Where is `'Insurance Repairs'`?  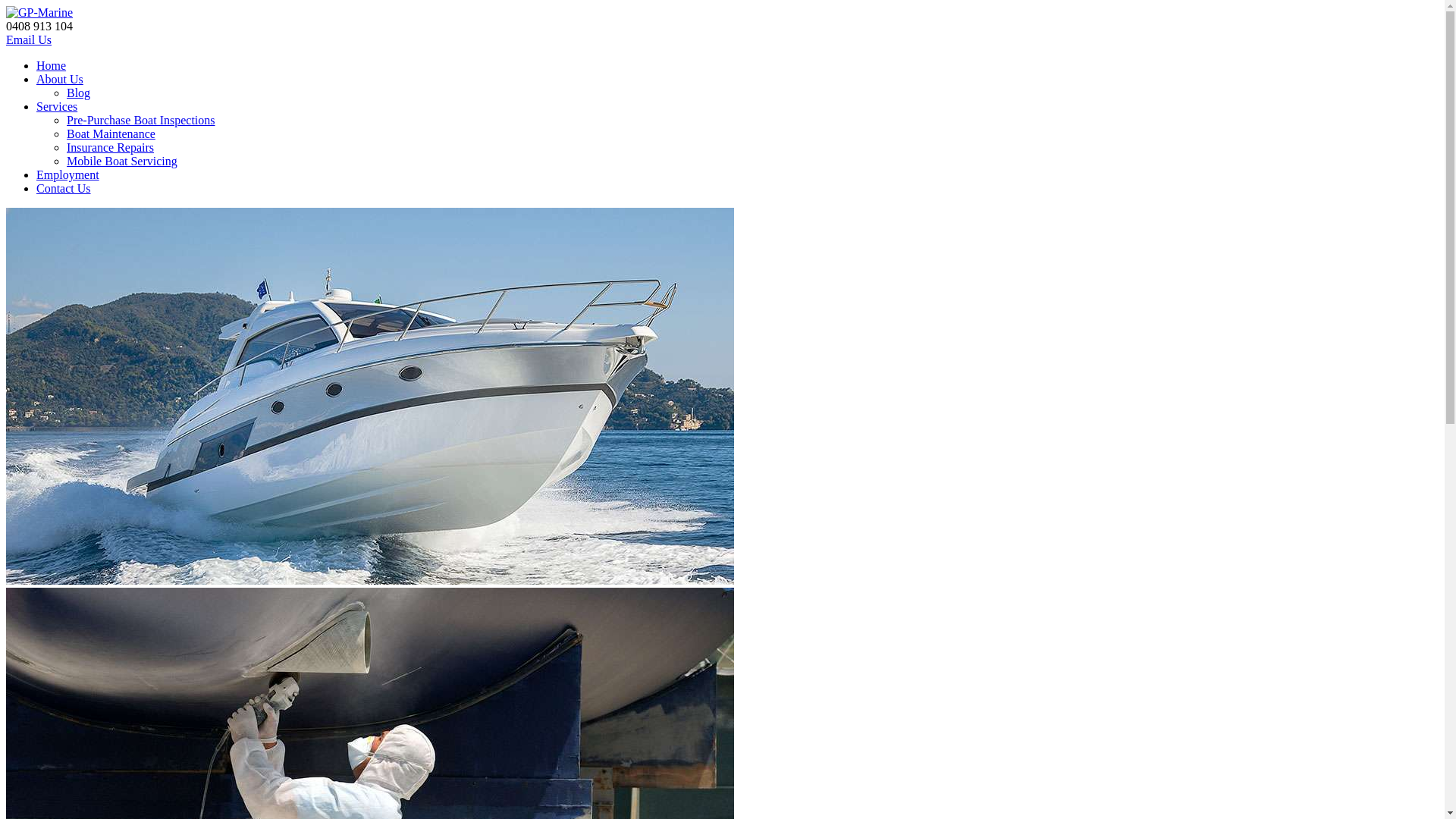
'Insurance Repairs' is located at coordinates (65, 147).